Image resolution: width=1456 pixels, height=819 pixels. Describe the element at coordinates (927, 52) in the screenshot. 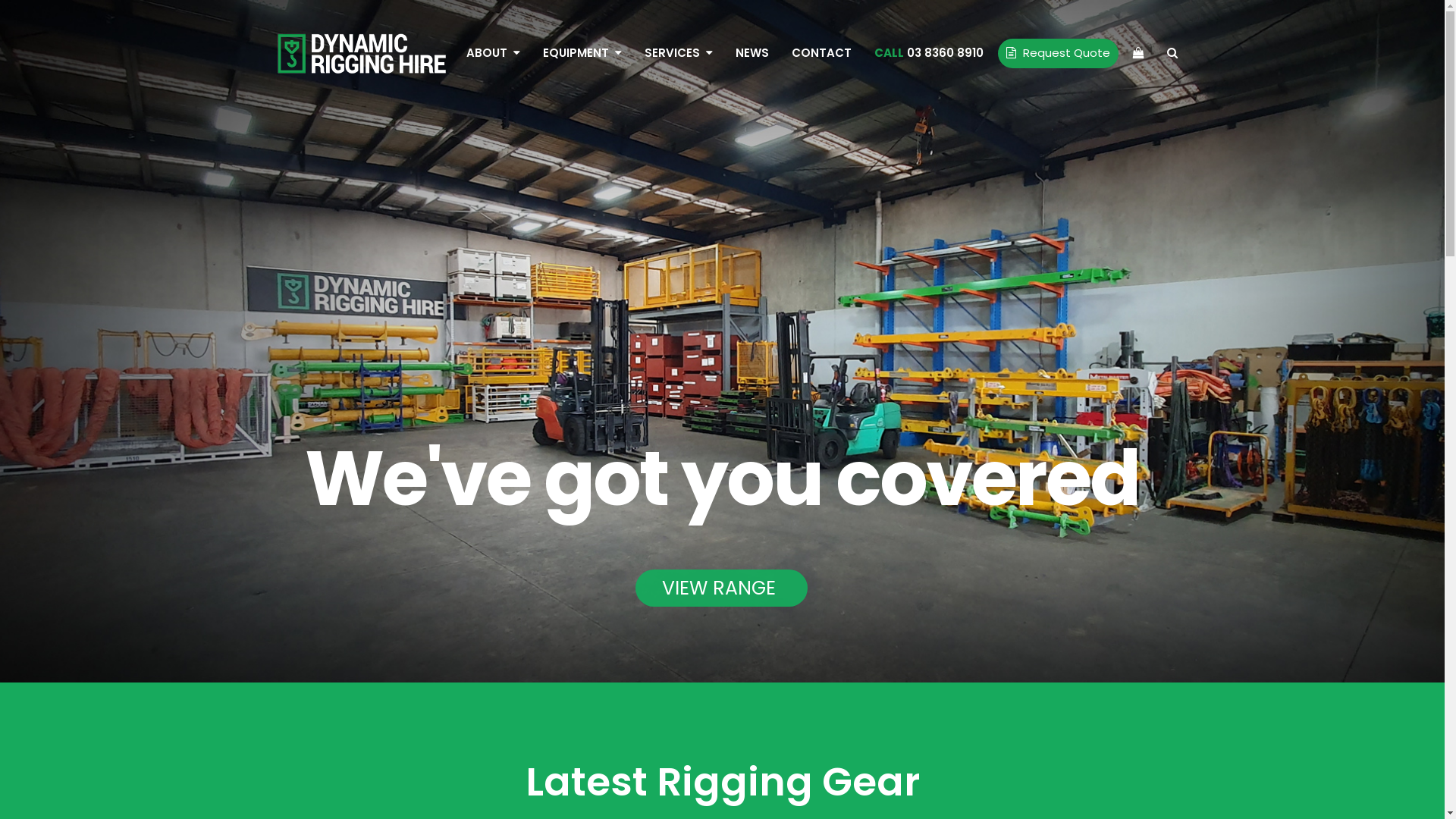

I see `'CALL 03 8360 8910'` at that location.